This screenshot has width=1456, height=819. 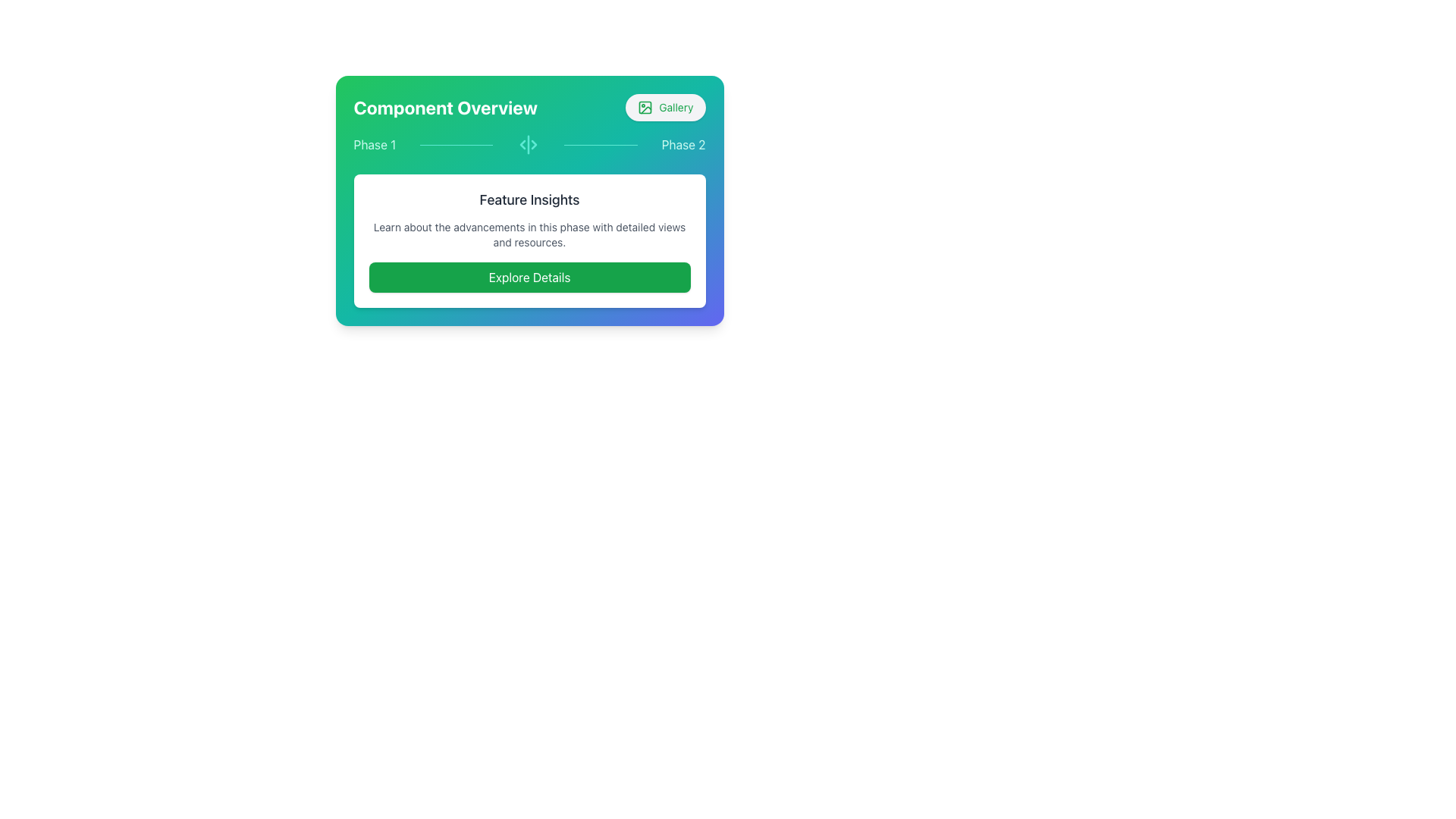 I want to click on bold, large-sized, white-colored text labeled 'Component Overview' positioned on a green background, so click(x=444, y=107).